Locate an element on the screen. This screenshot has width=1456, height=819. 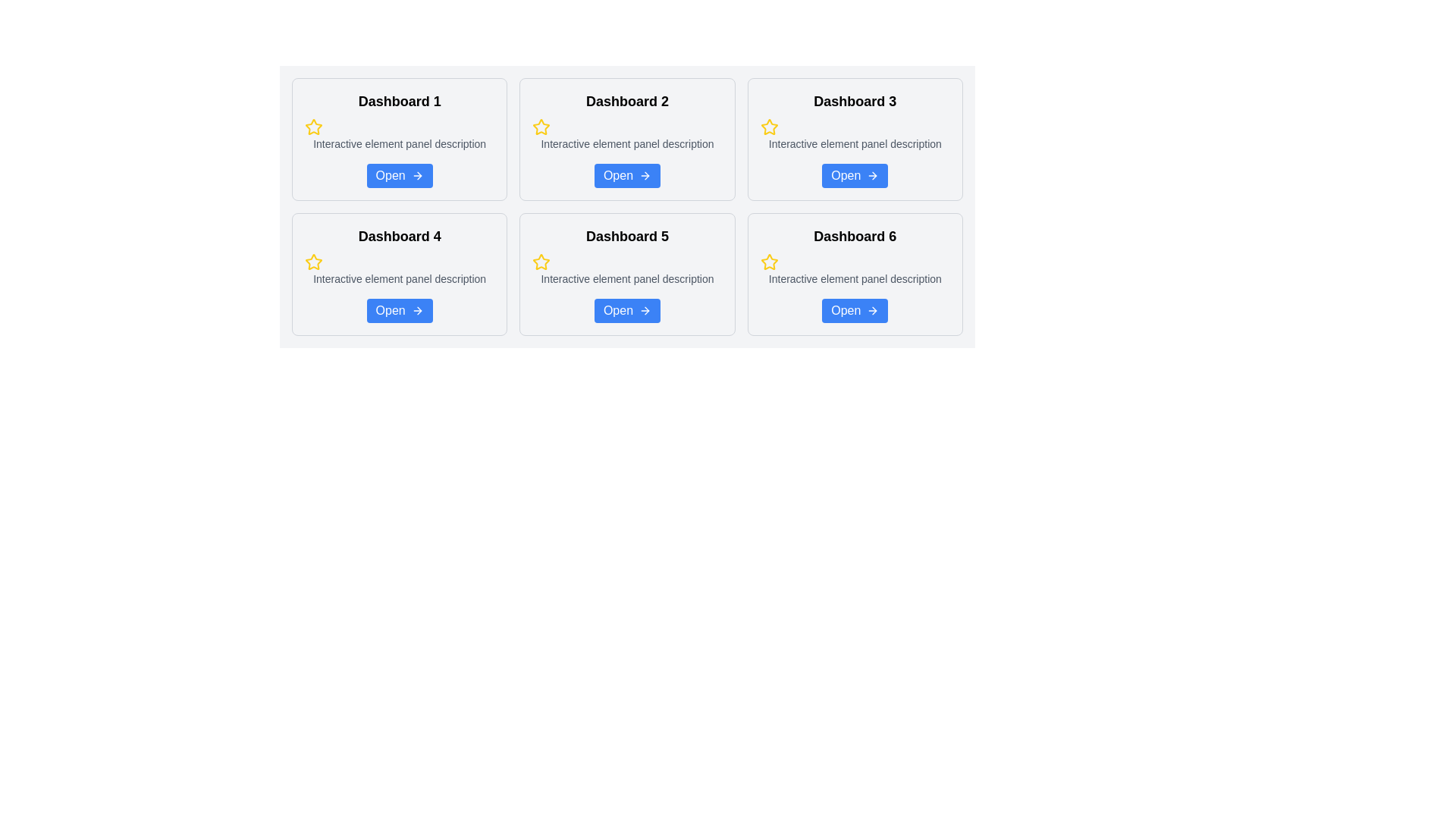
the star icon in the 'Dashboard 3' card is located at coordinates (769, 126).